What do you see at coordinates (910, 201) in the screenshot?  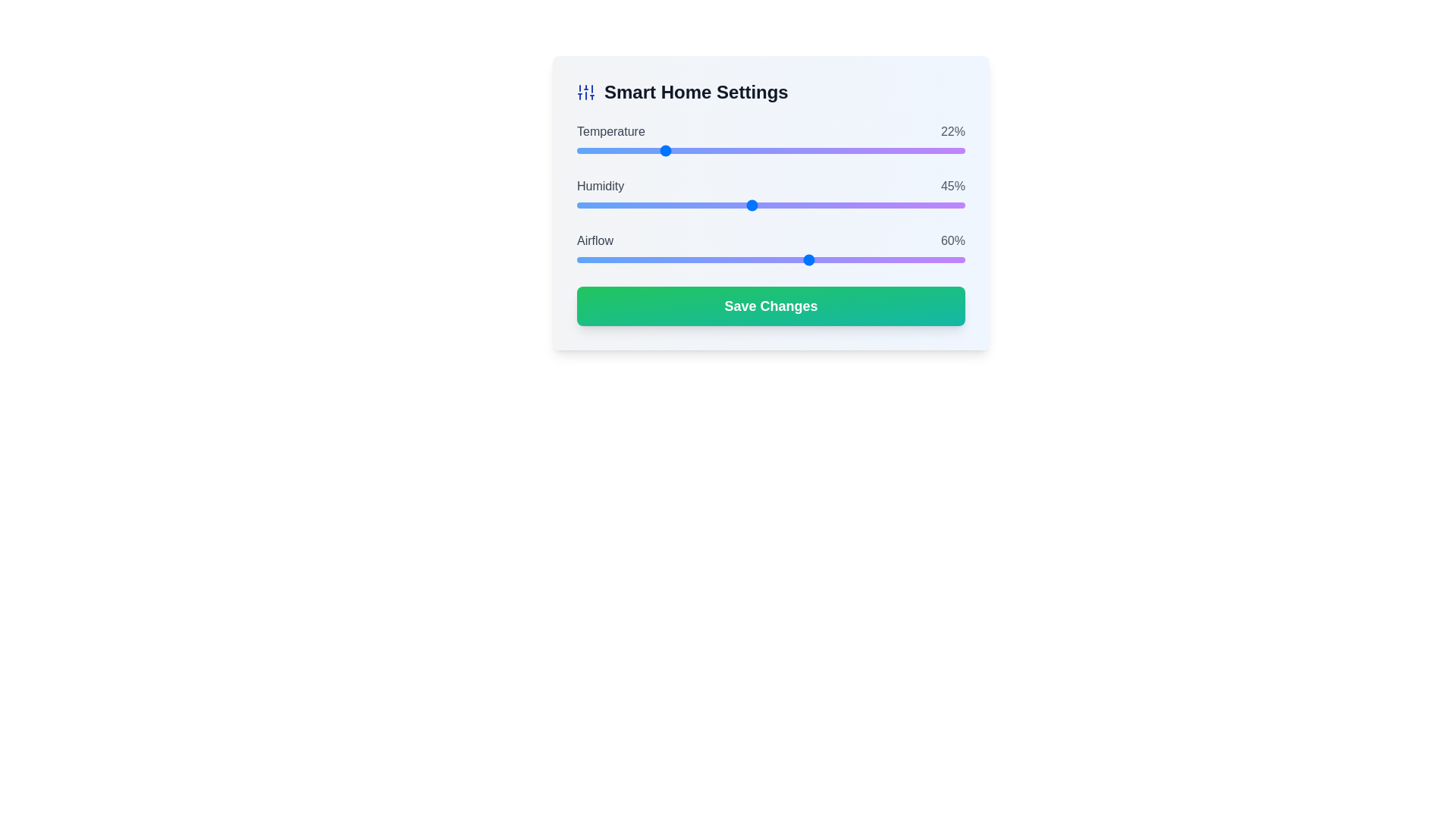 I see `the humidity level` at bounding box center [910, 201].